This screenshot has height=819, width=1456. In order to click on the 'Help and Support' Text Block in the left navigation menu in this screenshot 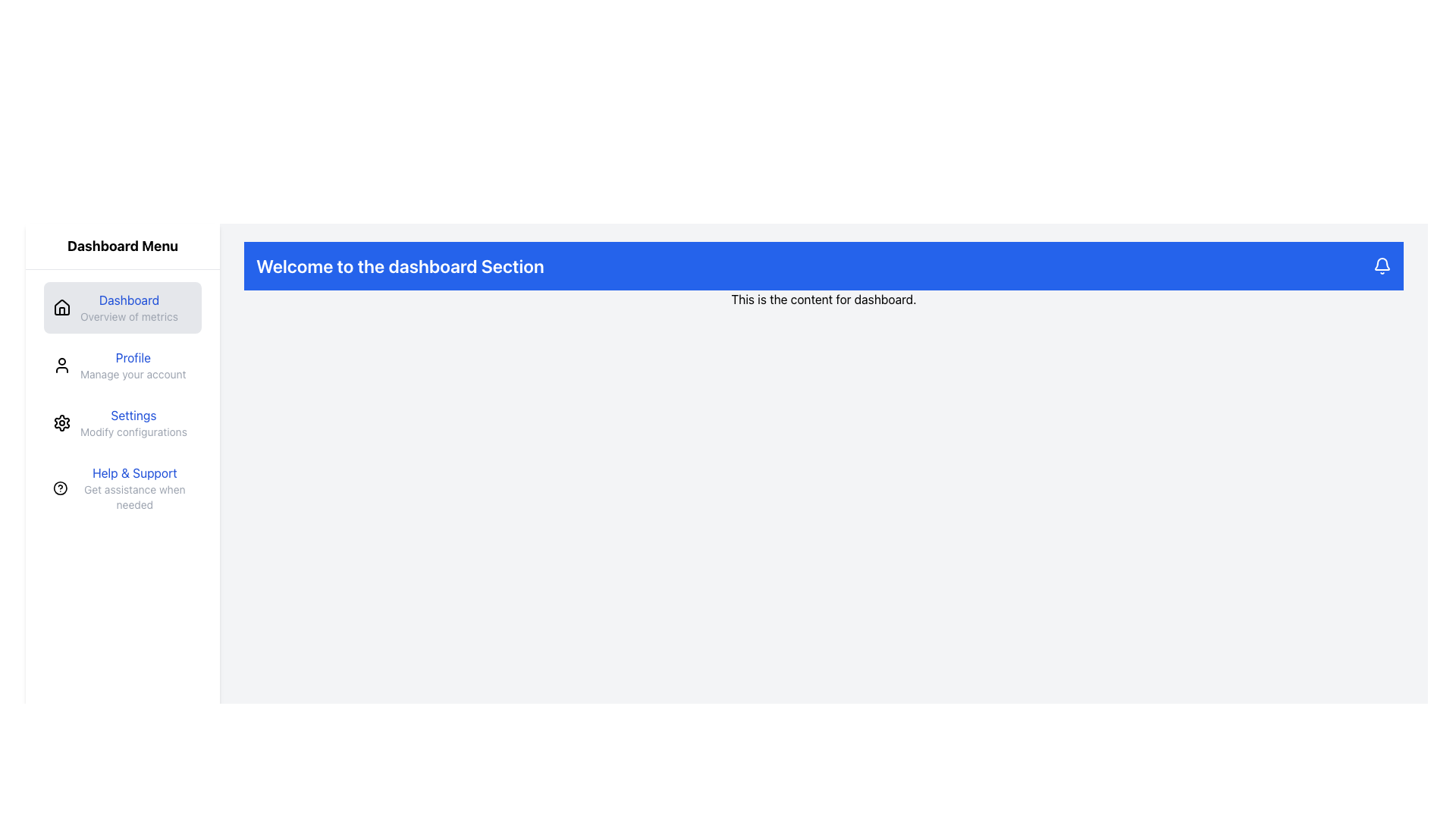, I will do `click(134, 488)`.